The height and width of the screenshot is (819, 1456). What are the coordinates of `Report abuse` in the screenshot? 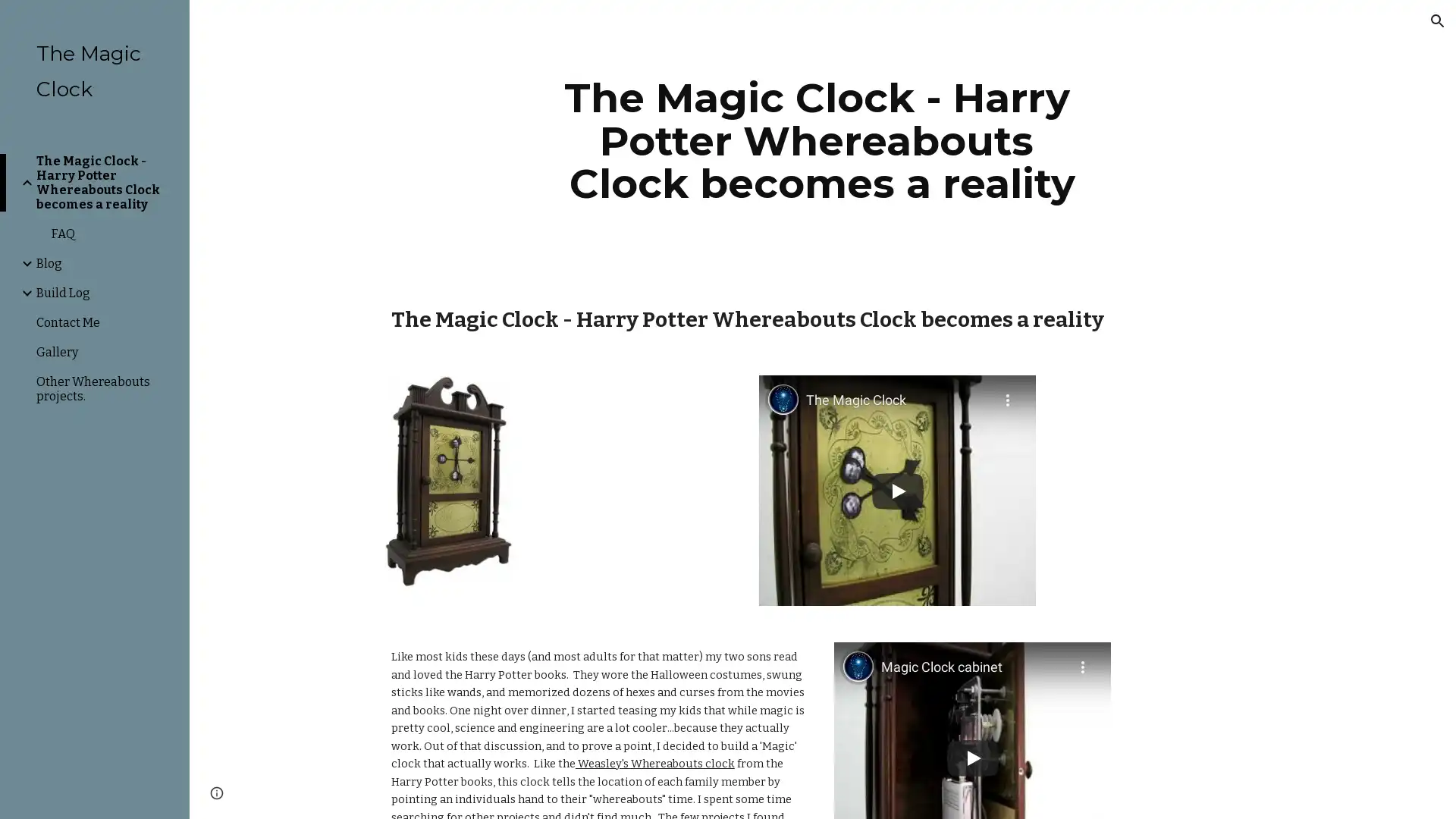 It's located at (372, 792).